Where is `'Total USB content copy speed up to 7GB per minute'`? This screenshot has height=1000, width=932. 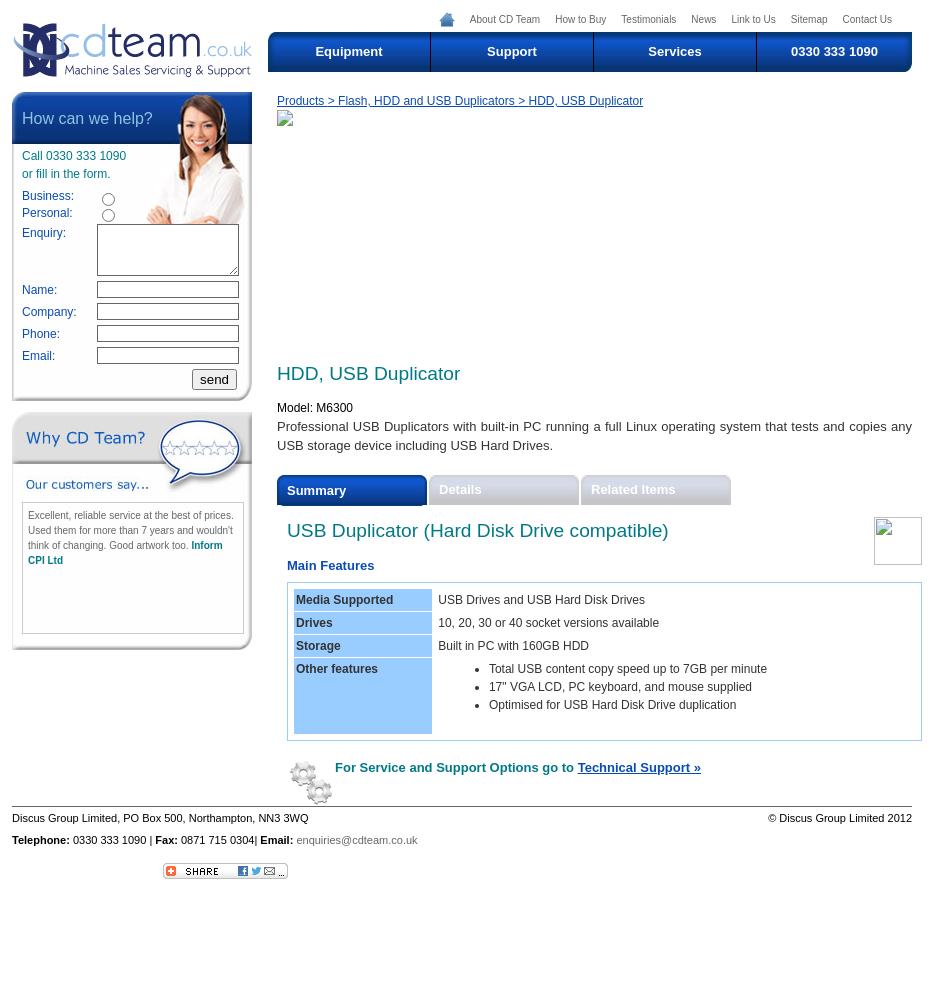 'Total USB content copy speed up to 7GB per minute' is located at coordinates (486, 669).